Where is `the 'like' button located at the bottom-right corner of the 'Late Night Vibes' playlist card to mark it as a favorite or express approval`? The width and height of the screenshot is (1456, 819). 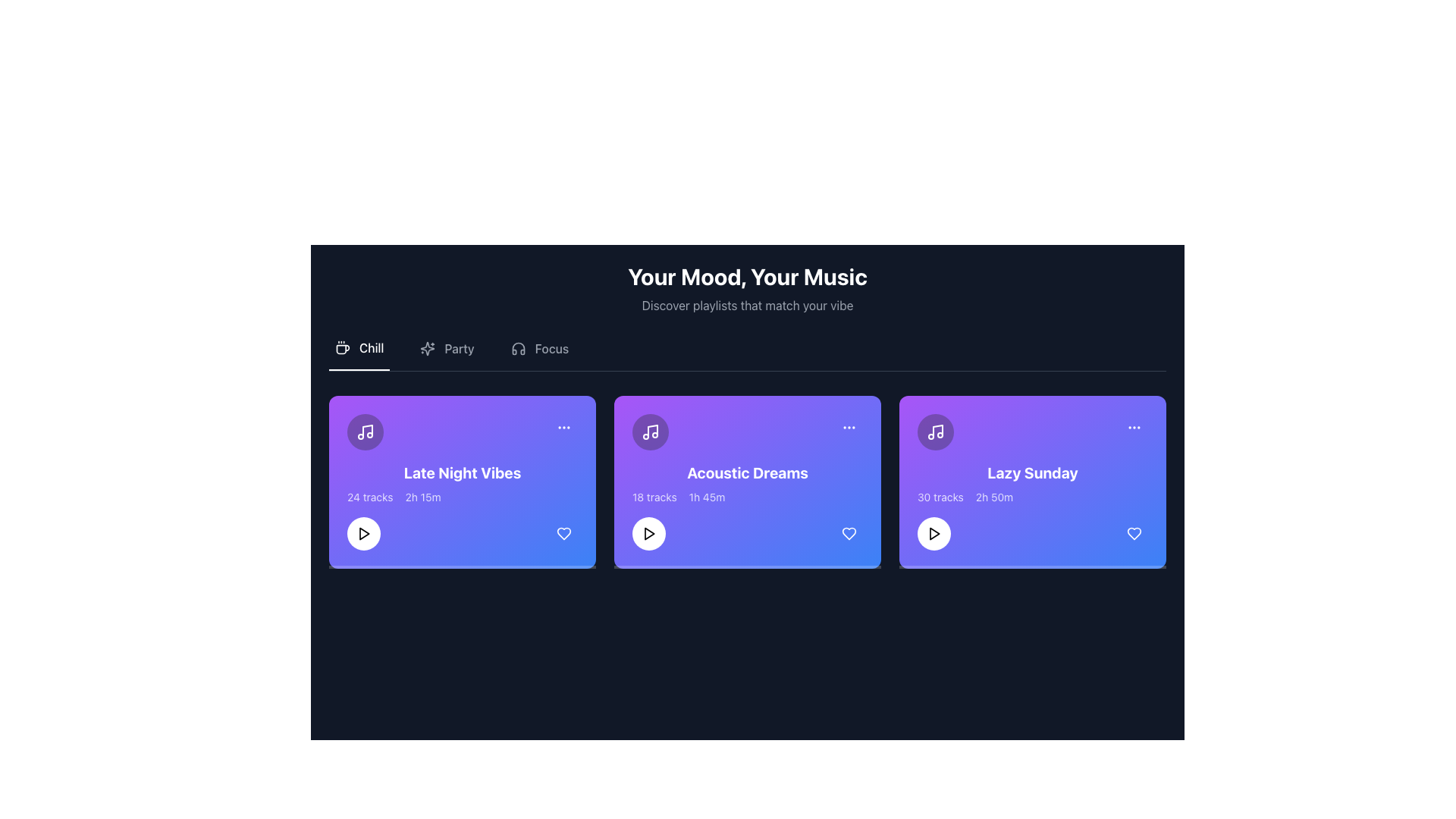
the 'like' button located at the bottom-right corner of the 'Late Night Vibes' playlist card to mark it as a favorite or express approval is located at coordinates (563, 533).